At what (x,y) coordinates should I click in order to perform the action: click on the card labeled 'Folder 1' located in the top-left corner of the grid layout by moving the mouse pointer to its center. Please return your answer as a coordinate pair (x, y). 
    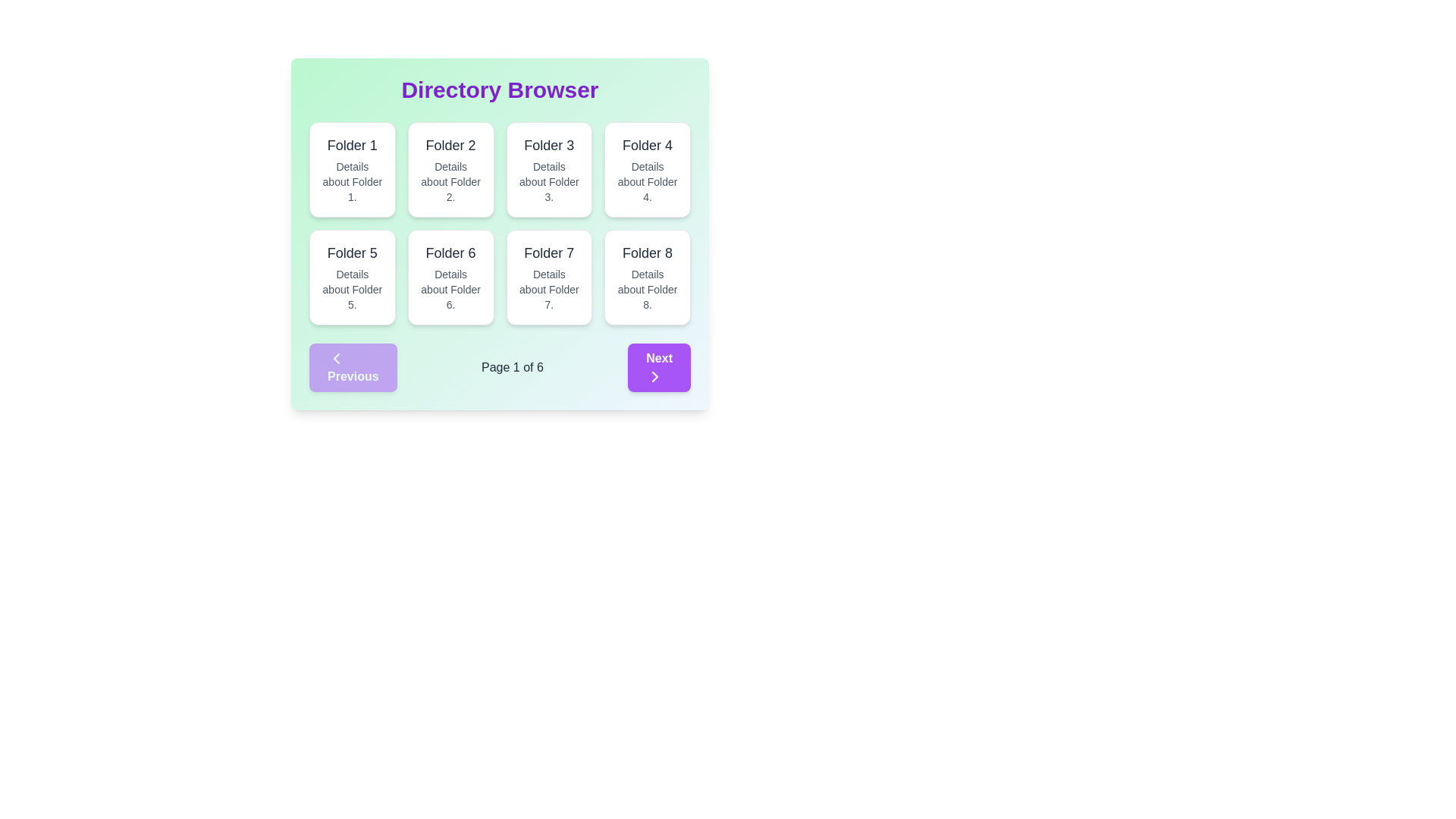
    Looking at the image, I should click on (351, 169).